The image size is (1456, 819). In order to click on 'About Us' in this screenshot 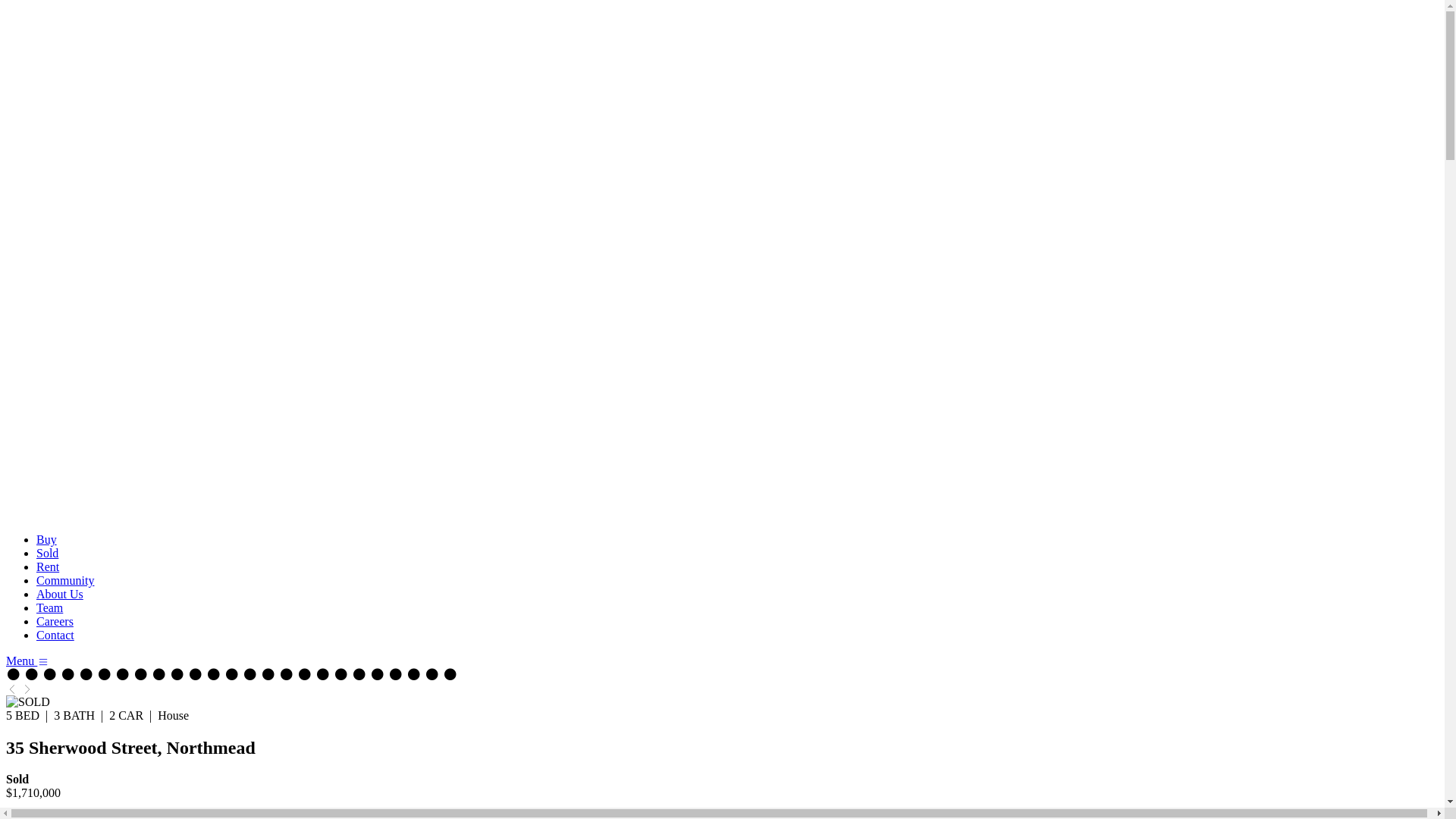, I will do `click(59, 593)`.